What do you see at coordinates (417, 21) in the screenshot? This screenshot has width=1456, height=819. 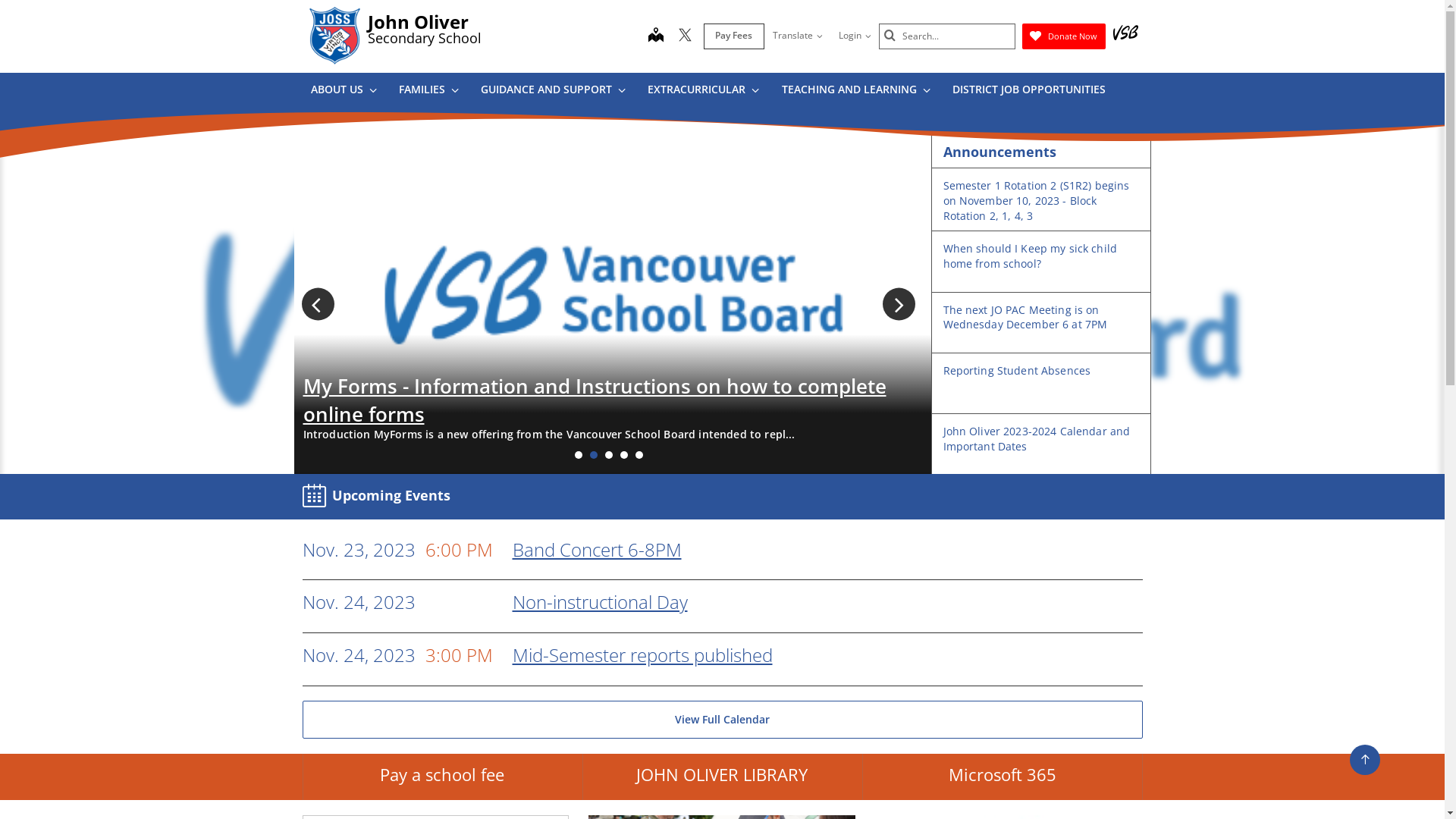 I see `'John Oliver'` at bounding box center [417, 21].